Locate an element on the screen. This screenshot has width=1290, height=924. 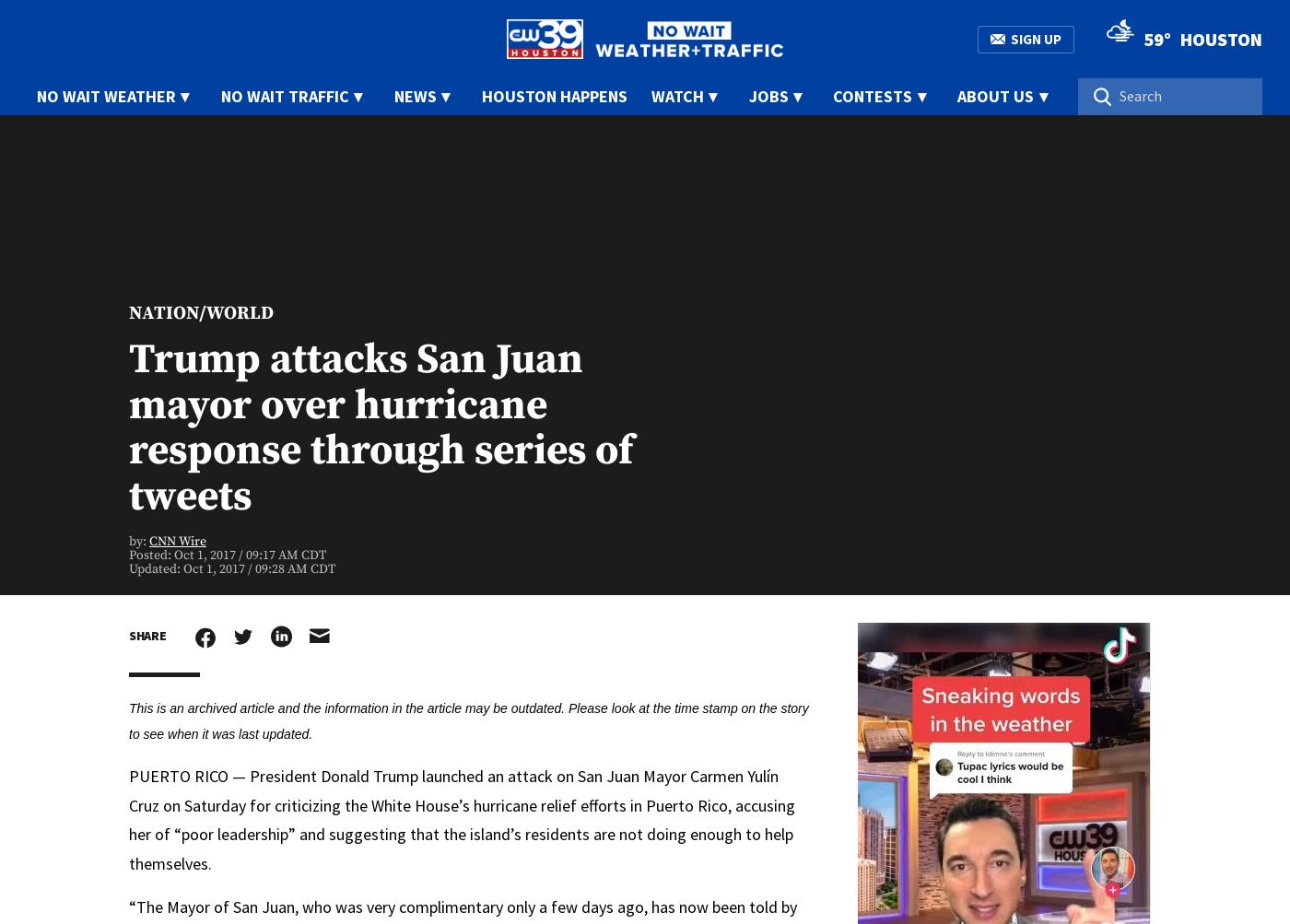
'NO WAIT TRAFFIC Stories' is located at coordinates (152, 423).